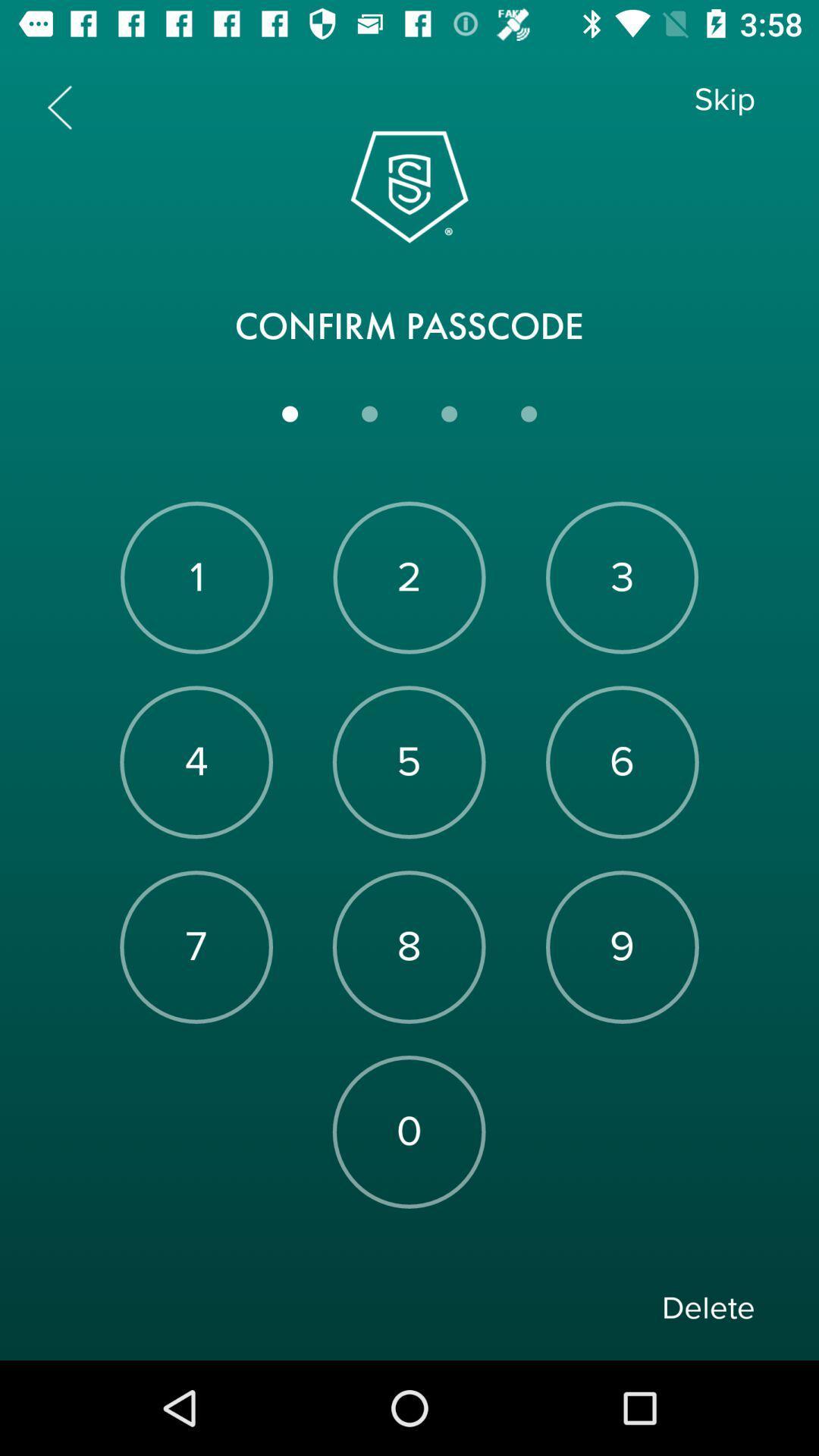 Image resolution: width=819 pixels, height=1456 pixels. Describe the element at coordinates (58, 106) in the screenshot. I see `previous page` at that location.